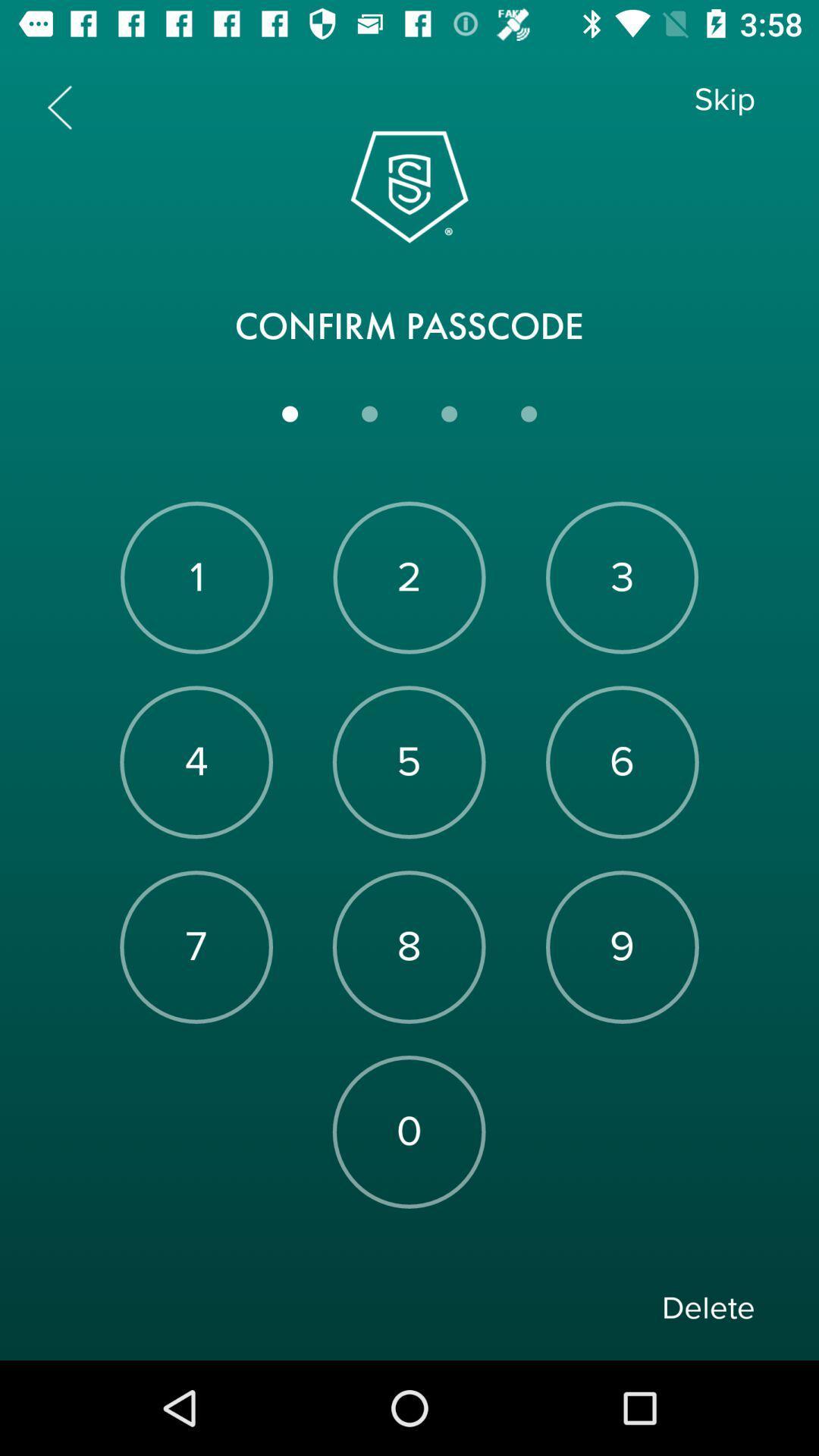 Image resolution: width=819 pixels, height=1456 pixels. Describe the element at coordinates (58, 106) in the screenshot. I see `previous page` at that location.